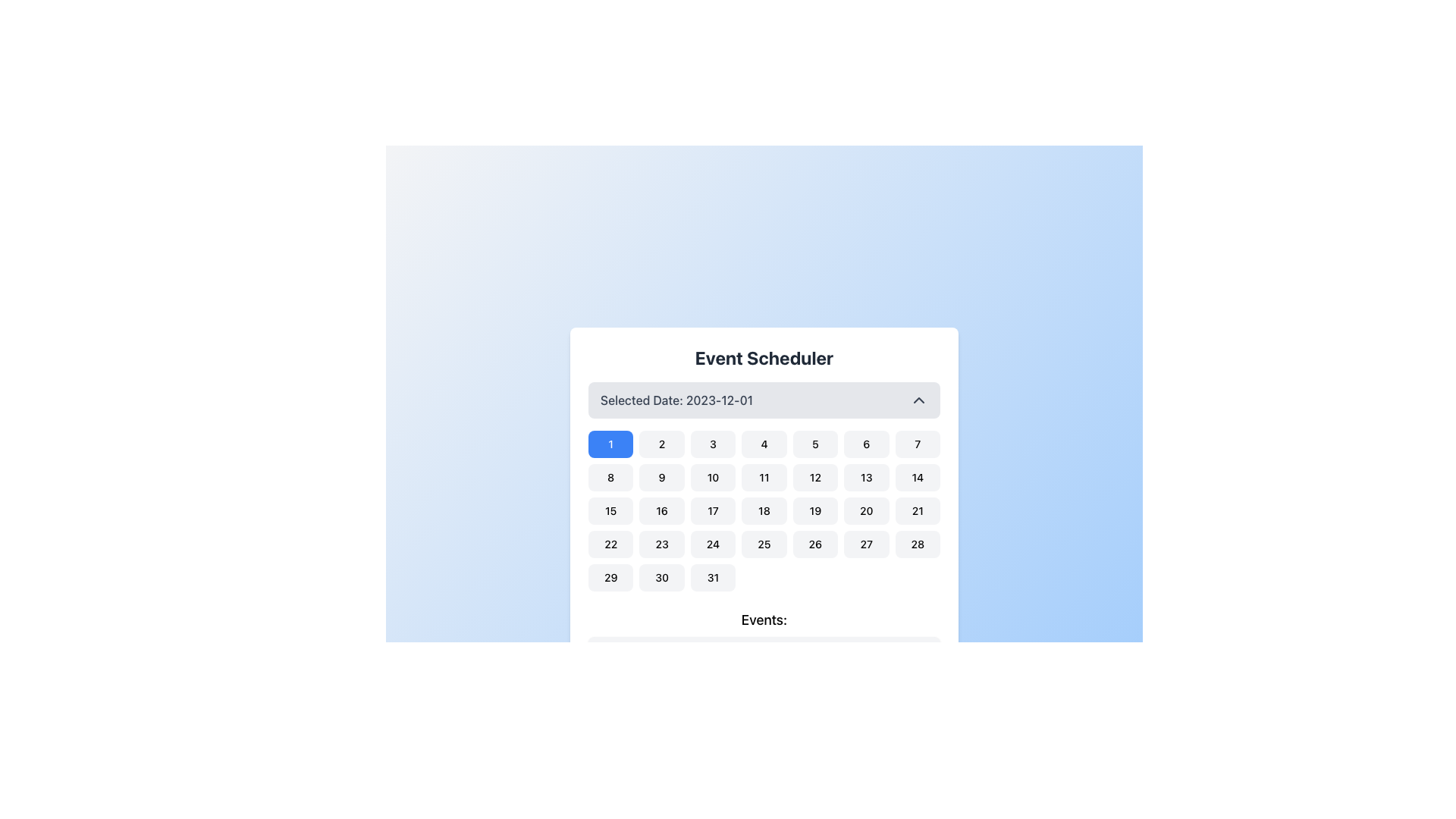 This screenshot has height=819, width=1456. Describe the element at coordinates (764, 444) in the screenshot. I see `the calendar day cell displaying the number '4'` at that location.